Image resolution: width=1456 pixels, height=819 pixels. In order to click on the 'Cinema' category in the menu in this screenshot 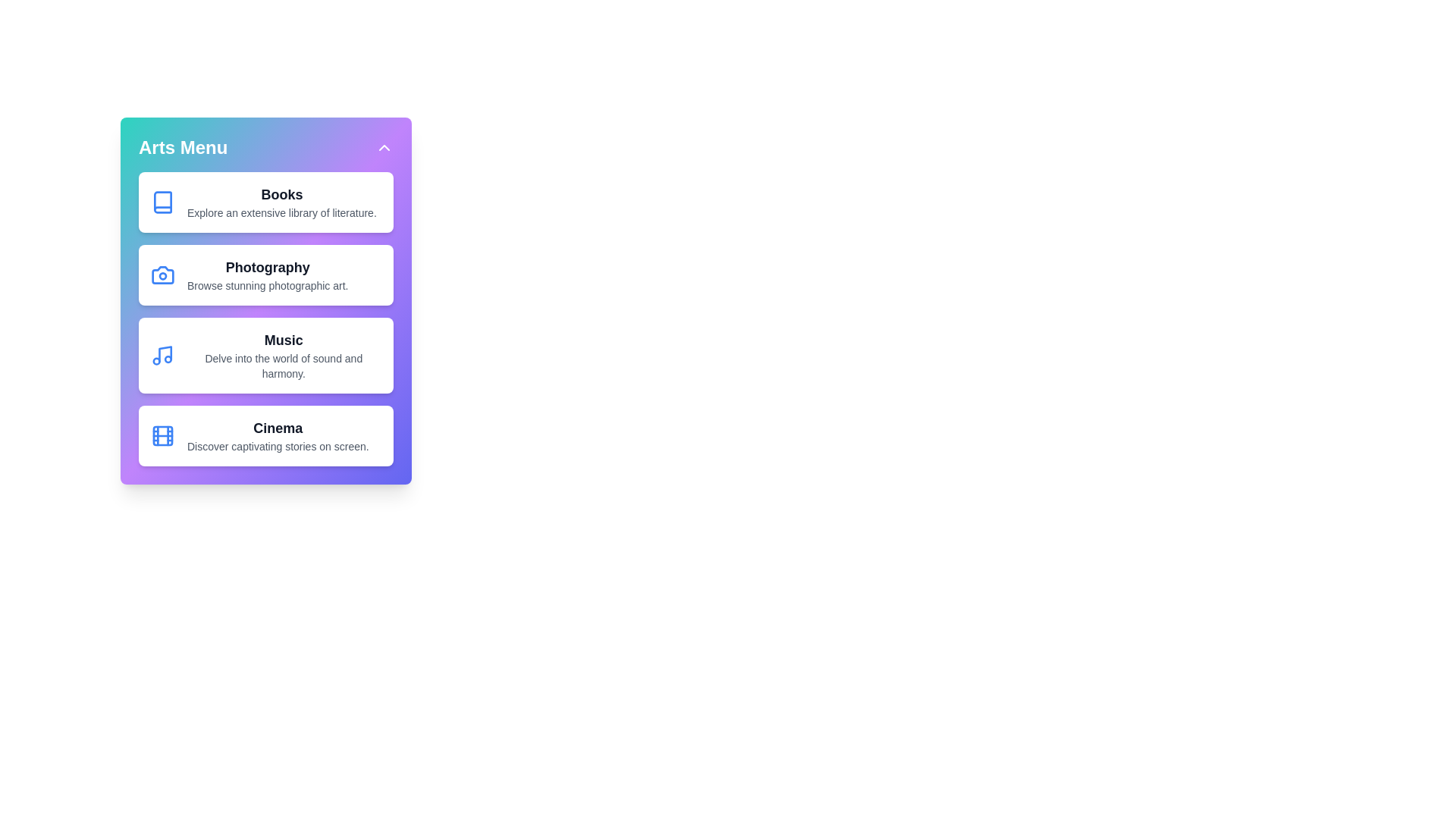, I will do `click(265, 435)`.